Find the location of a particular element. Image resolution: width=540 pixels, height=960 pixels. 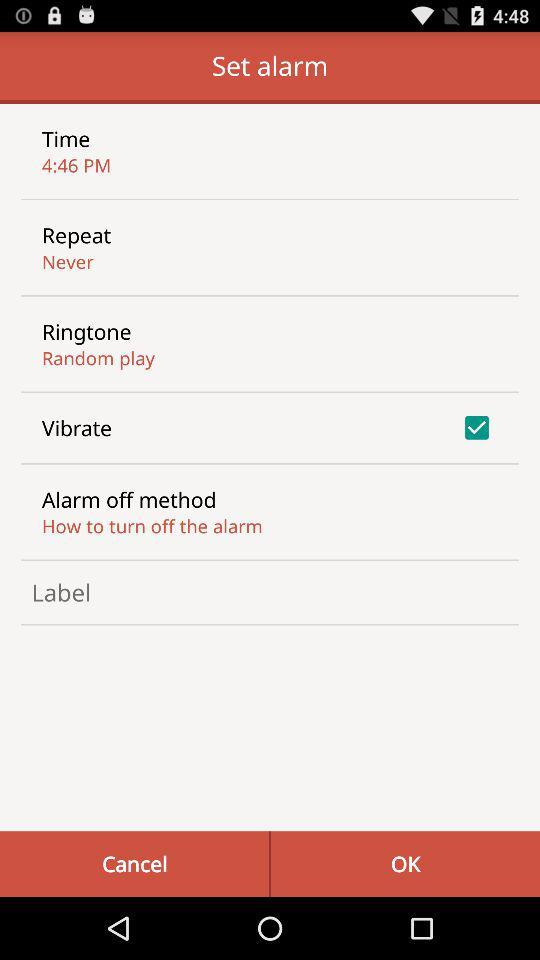

app below never item is located at coordinates (85, 331).